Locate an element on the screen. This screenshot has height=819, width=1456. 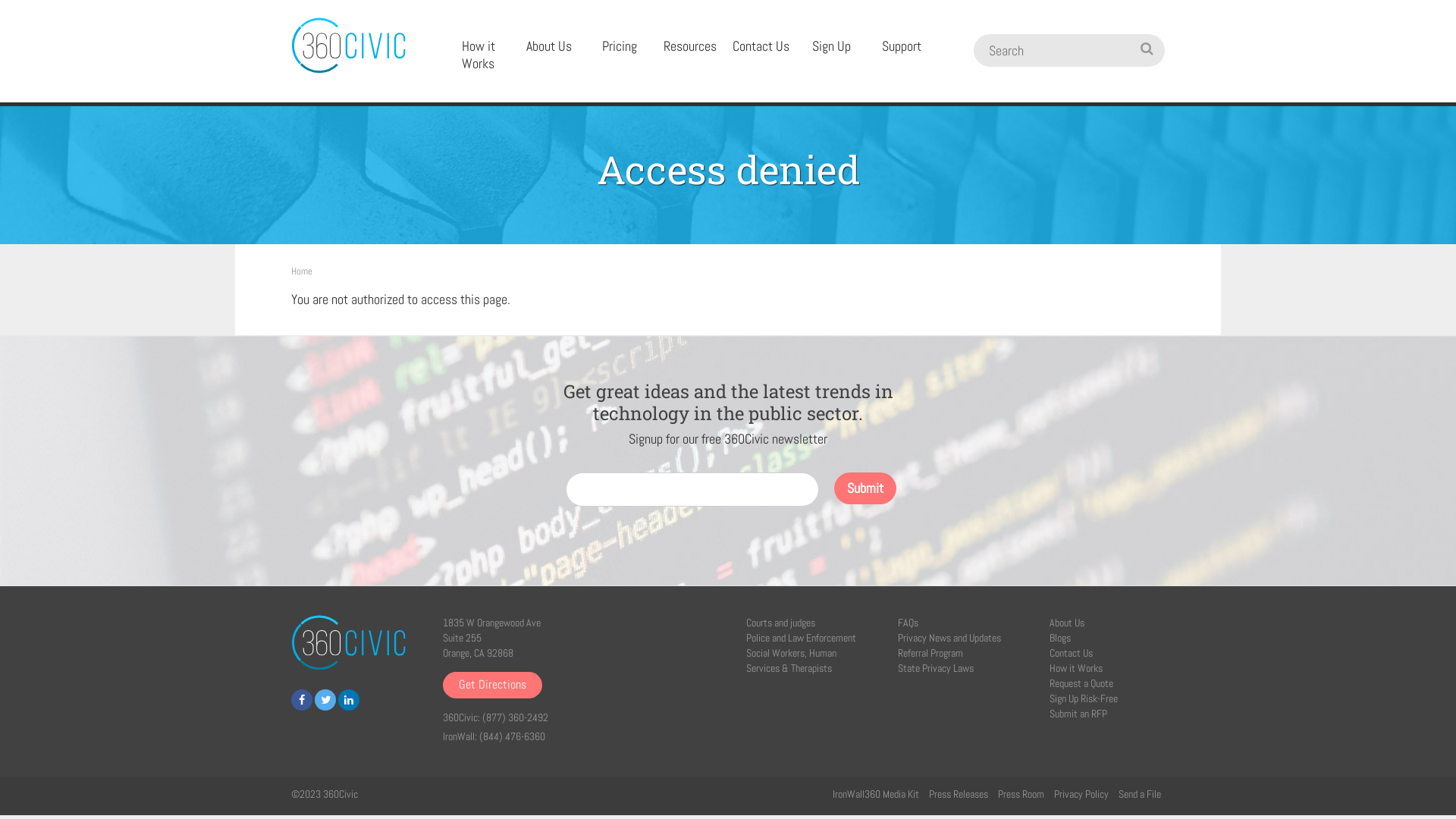
'Press Releases' is located at coordinates (927, 792).